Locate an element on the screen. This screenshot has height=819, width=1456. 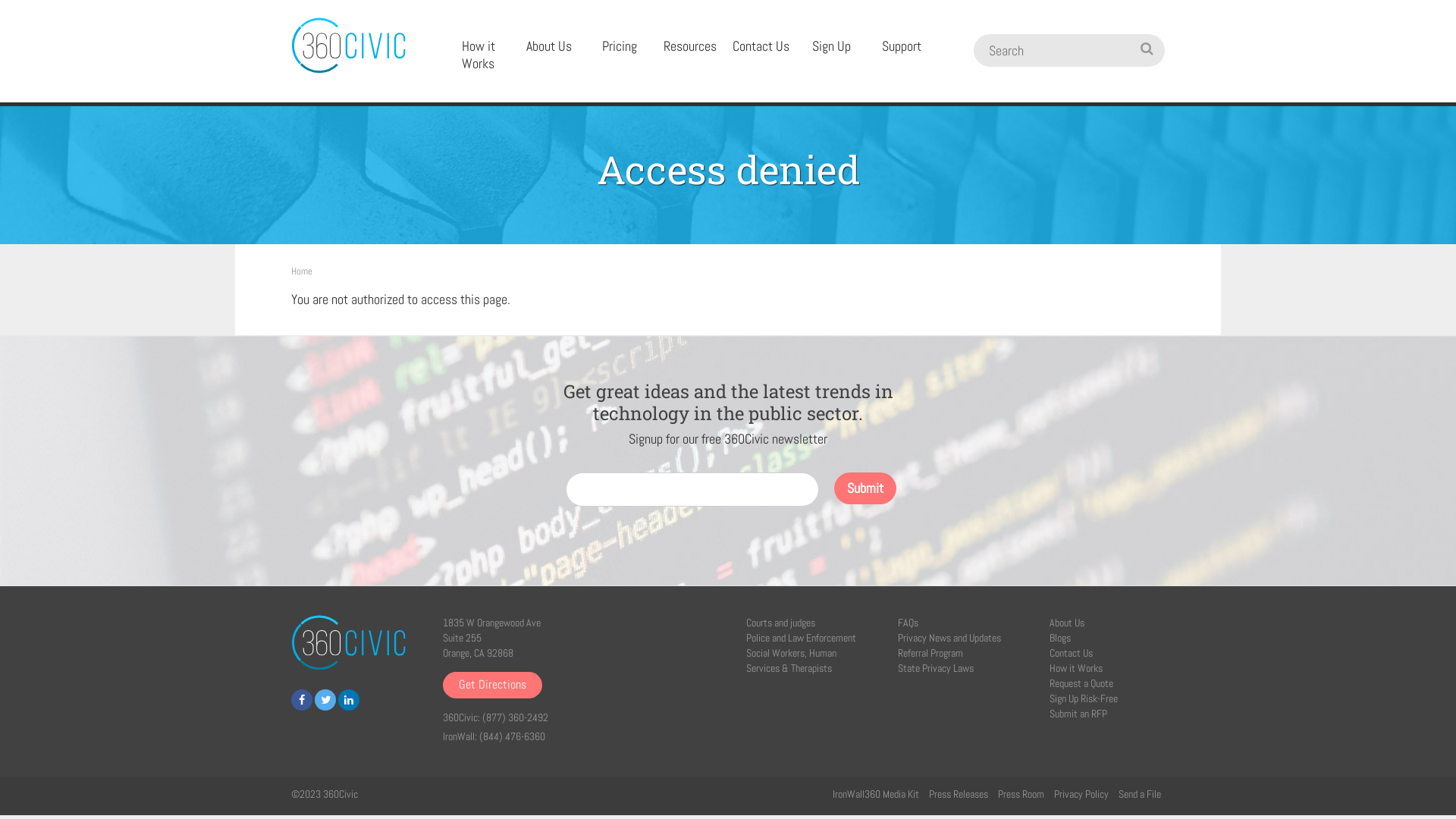
'Press Releases' is located at coordinates (927, 792).